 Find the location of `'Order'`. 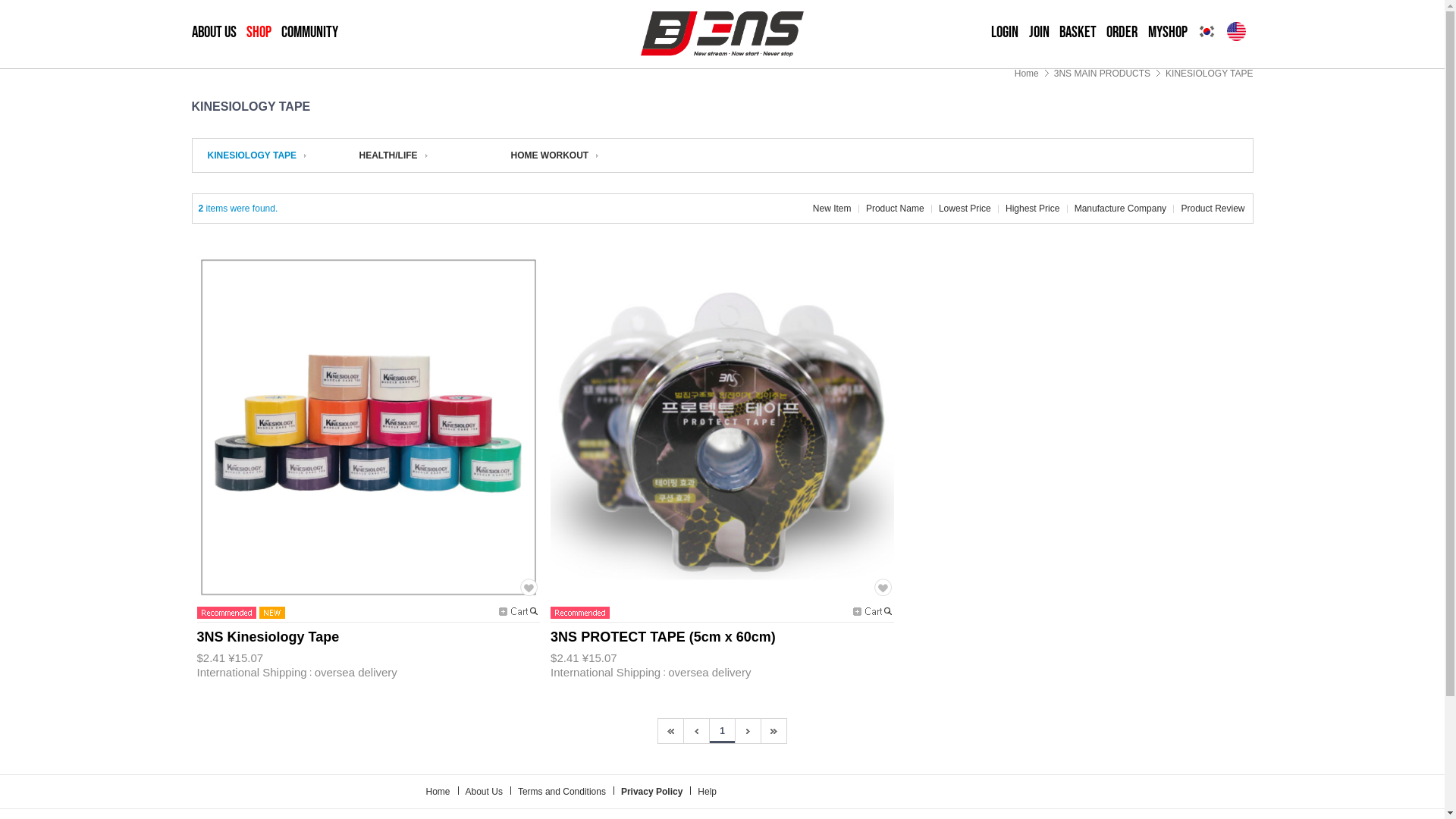

'Order' is located at coordinates (1106, 32).